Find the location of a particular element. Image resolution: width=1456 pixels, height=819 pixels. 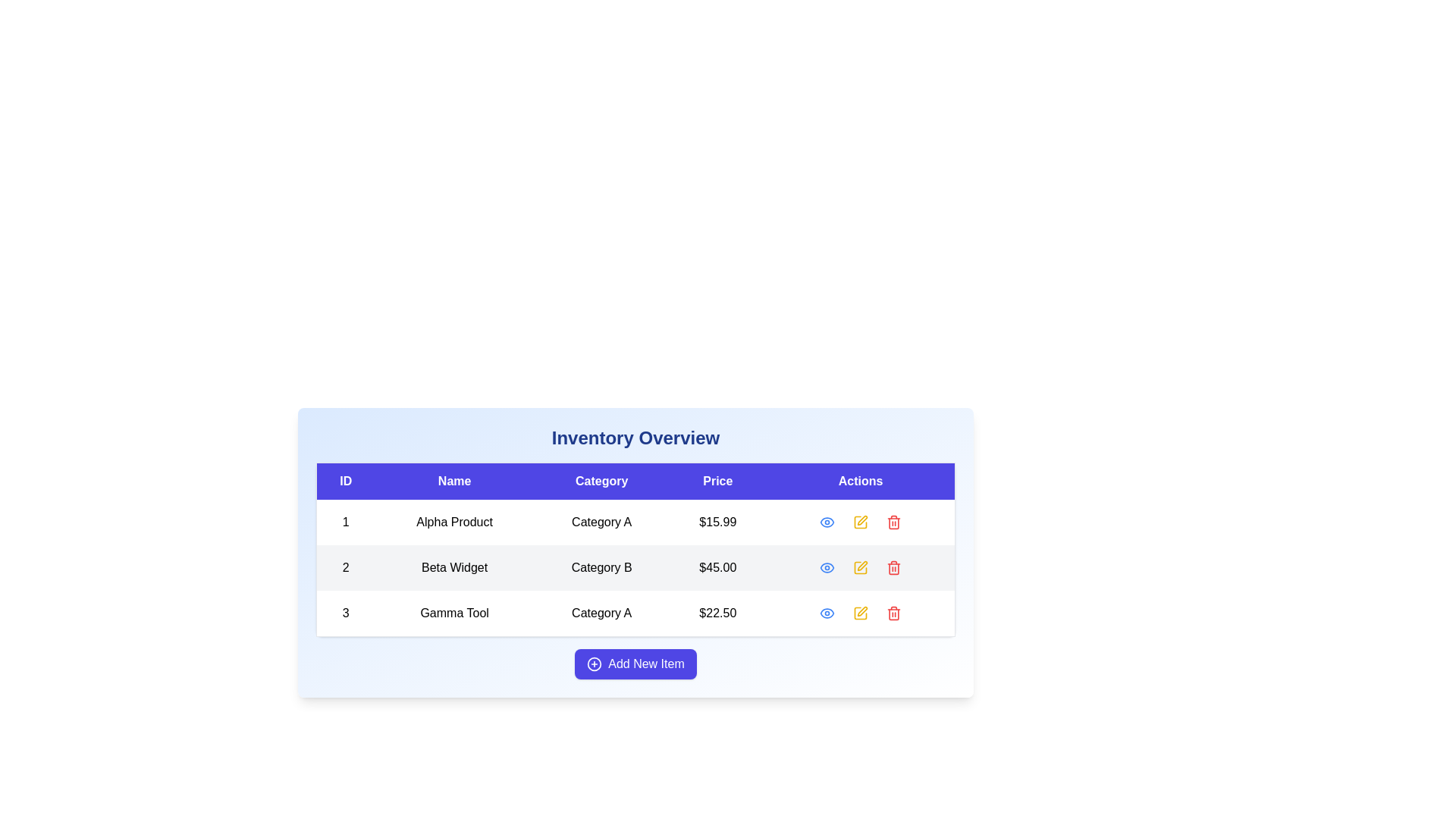

the eye-shaped icon button in the 'Actions' column of the last row of the inventory table for the product 'Gamma Tool' is located at coordinates (826, 613).